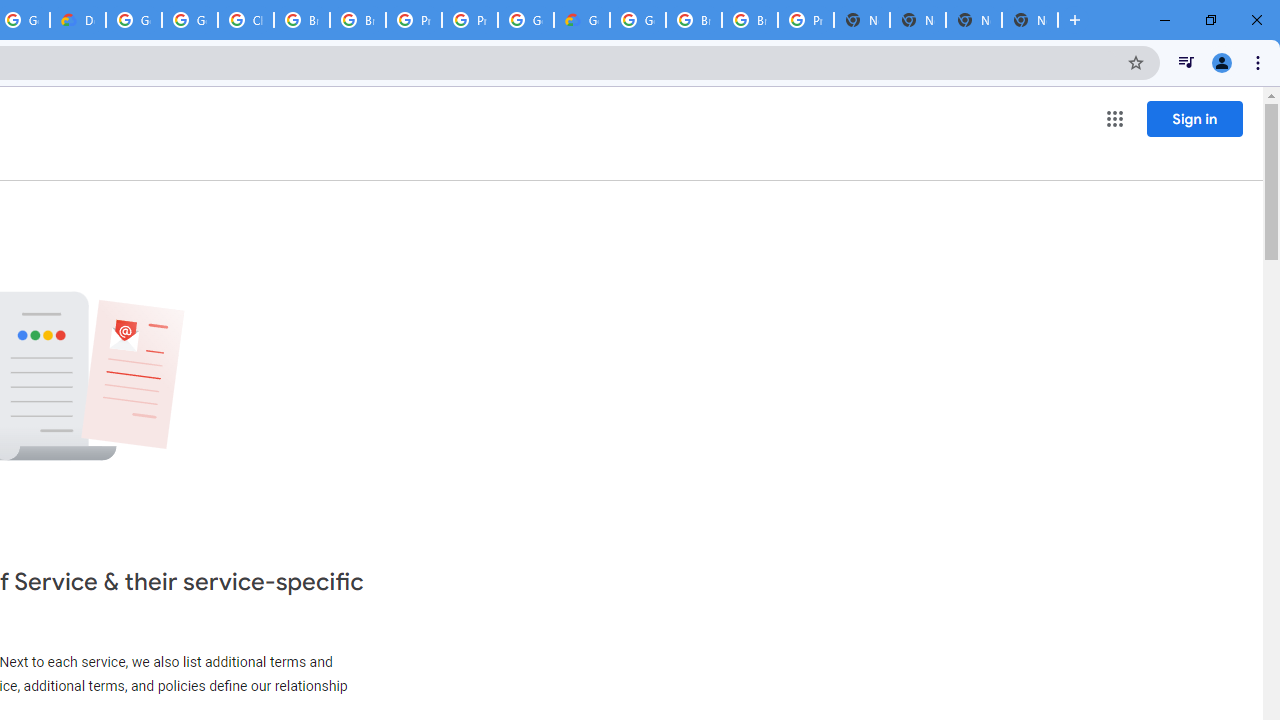  I want to click on 'New Tab', so click(974, 20).